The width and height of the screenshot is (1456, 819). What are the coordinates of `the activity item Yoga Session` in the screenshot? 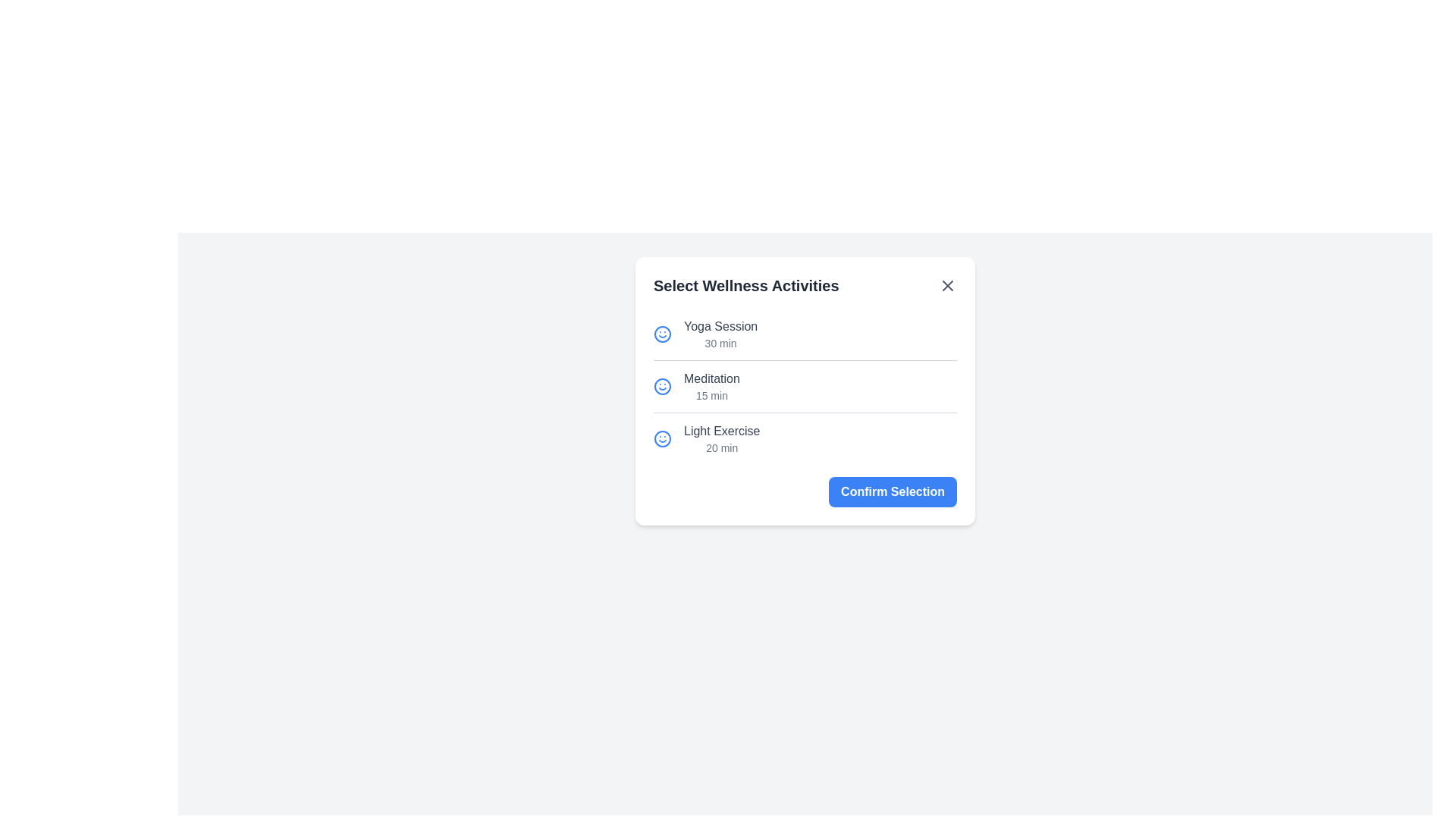 It's located at (704, 333).